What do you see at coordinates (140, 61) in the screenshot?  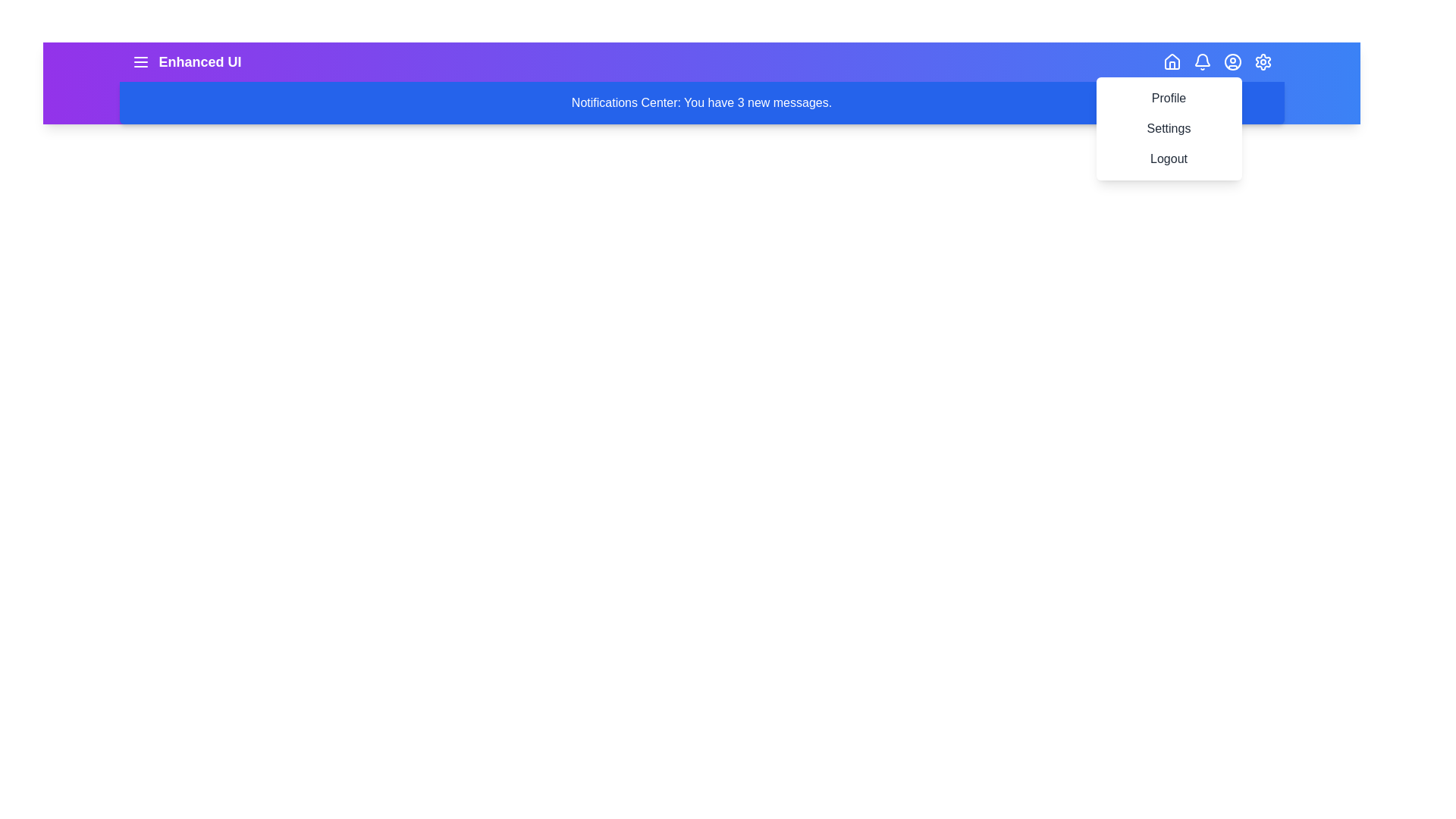 I see `the menu icon to open the navigation menu` at bounding box center [140, 61].